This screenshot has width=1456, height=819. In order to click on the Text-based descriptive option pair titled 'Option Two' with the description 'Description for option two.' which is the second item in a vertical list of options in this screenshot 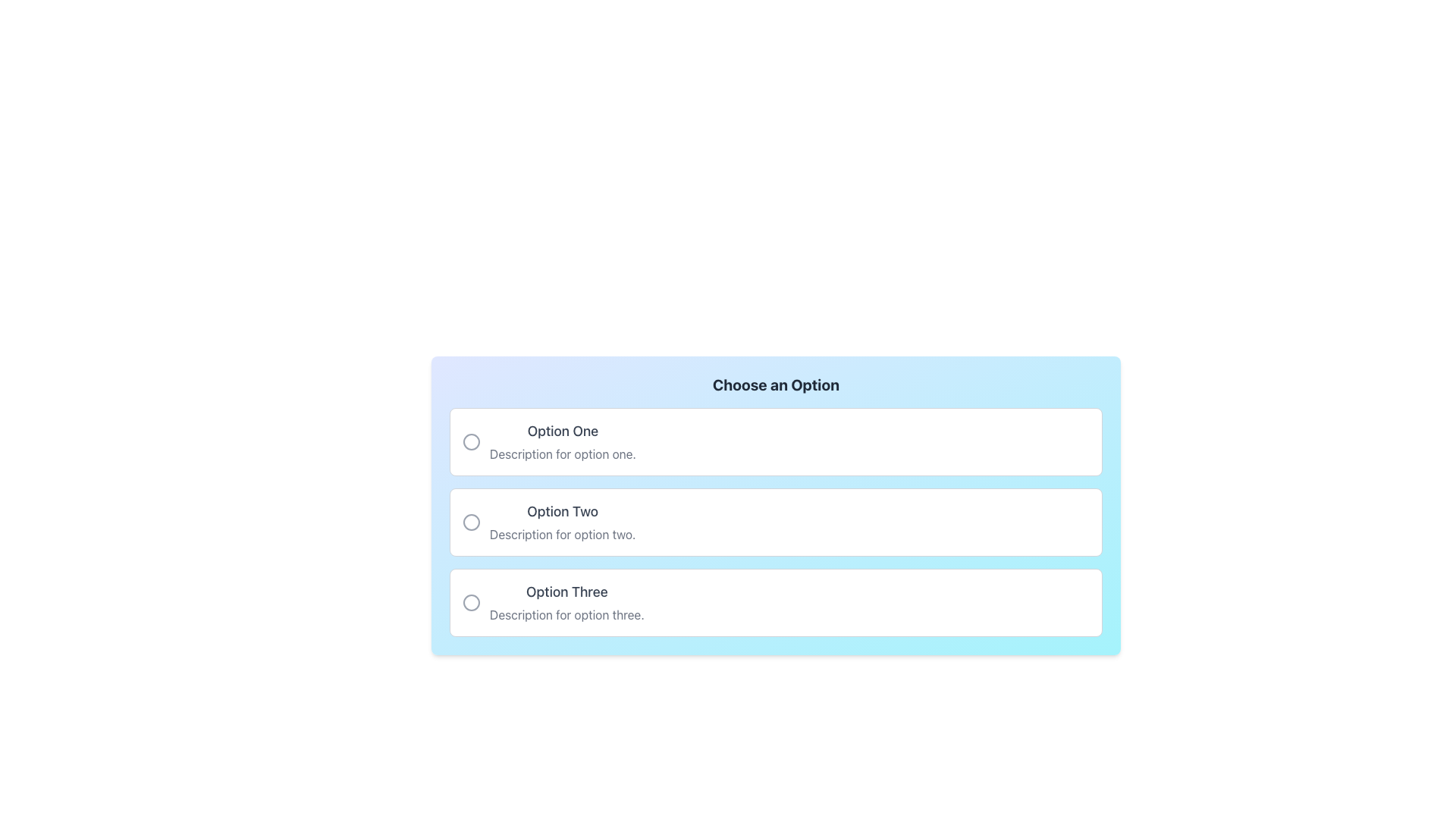, I will do `click(562, 522)`.